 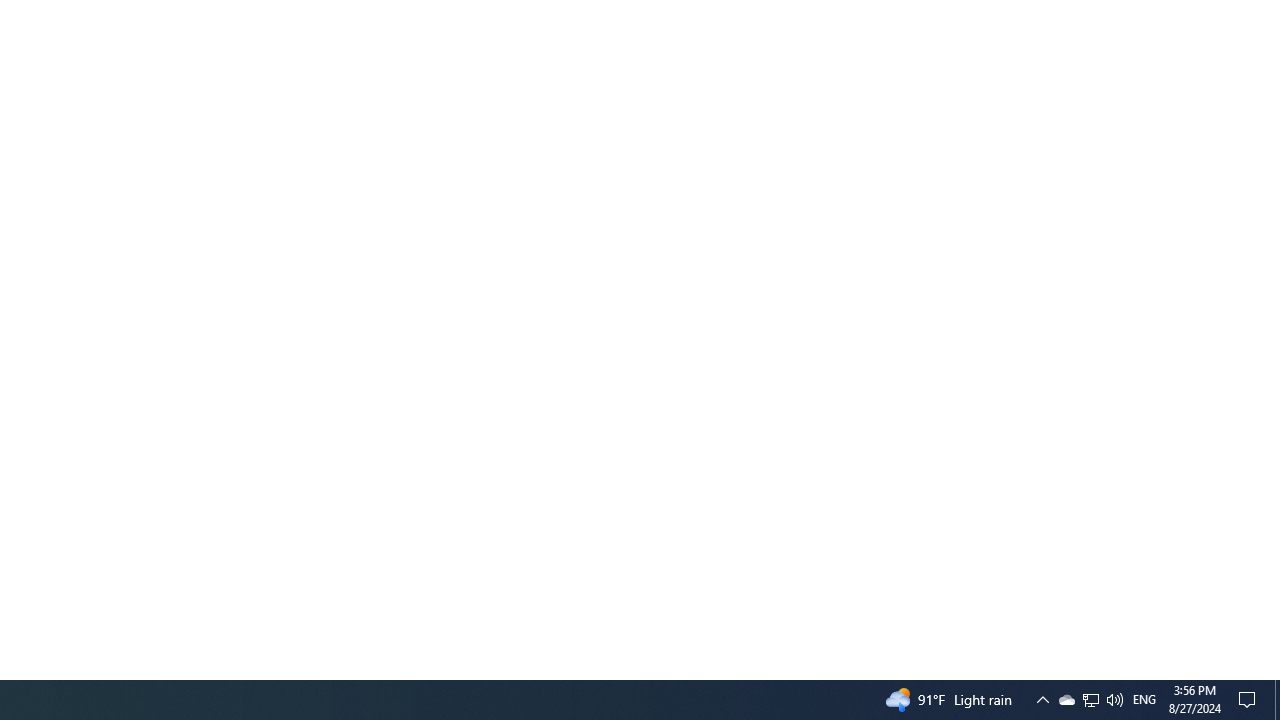 What do you see at coordinates (1089, 698) in the screenshot?
I see `'Tray Input Indicator - English (United States)'` at bounding box center [1089, 698].